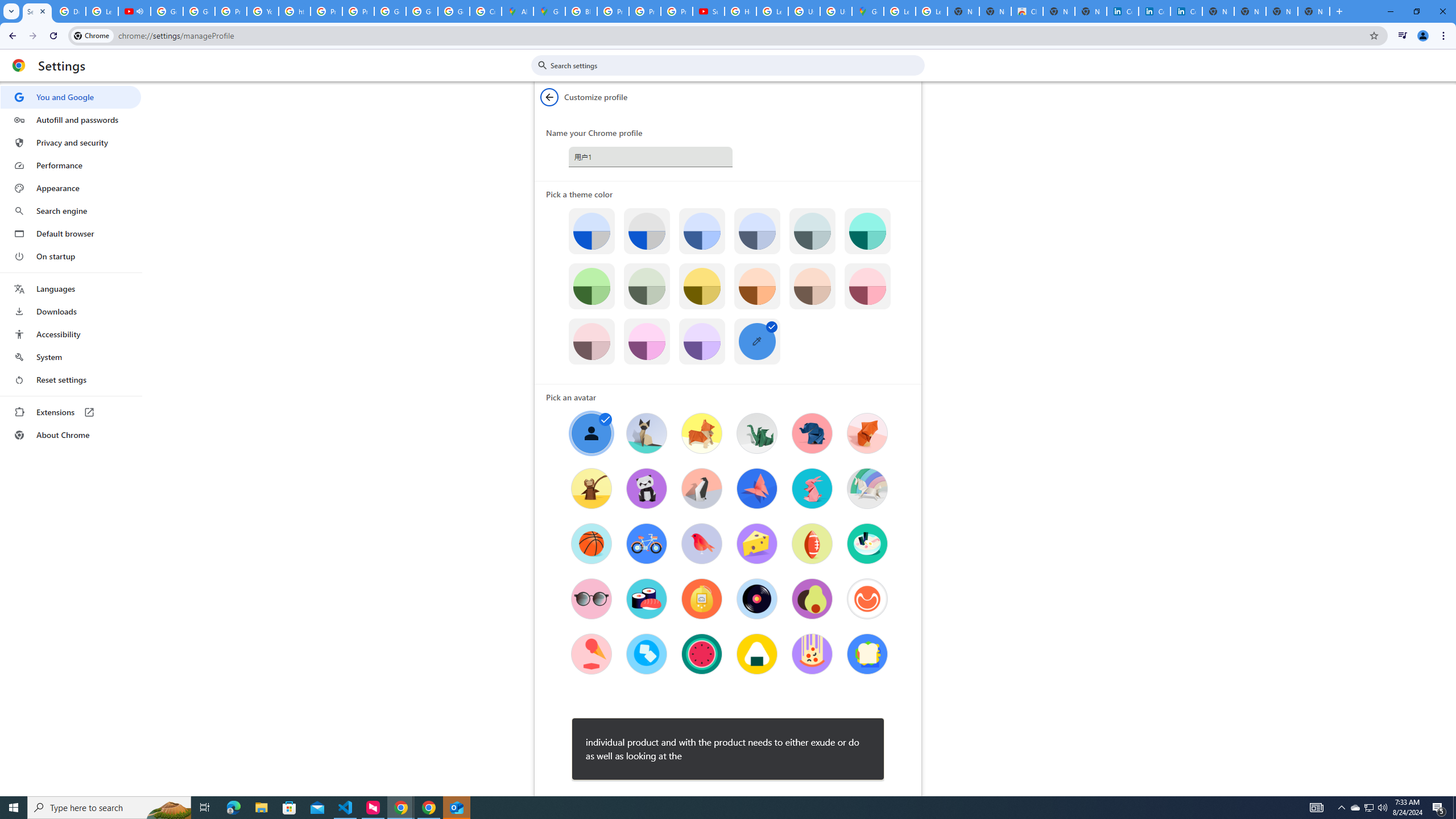  Describe the element at coordinates (102, 11) in the screenshot. I see `'Learn how to find your photos - Google Photos Help'` at that location.